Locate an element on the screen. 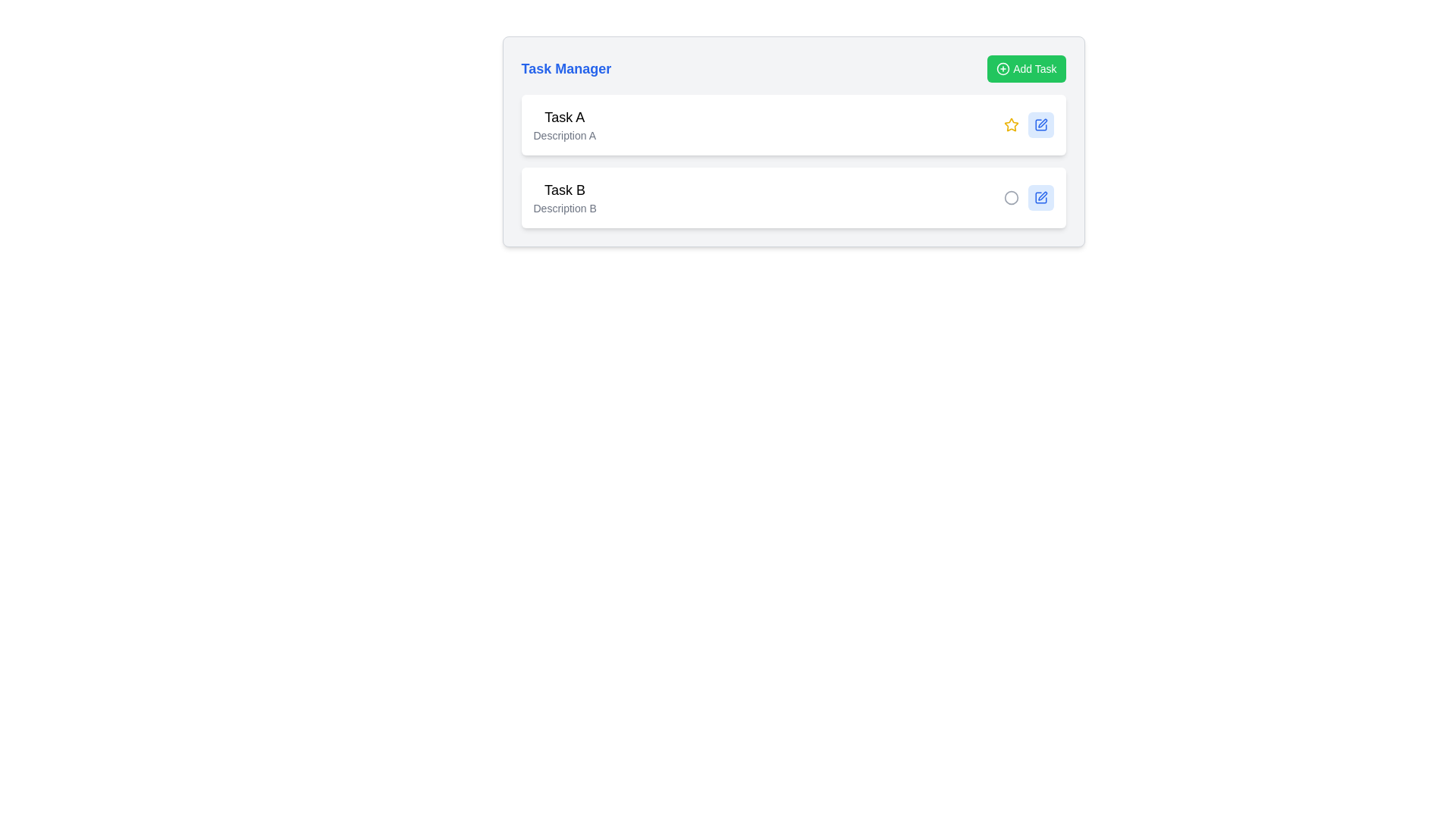  the circular icon outlined with a stroke, located next to the top-right corner of the 'Add Task' button area is located at coordinates (1003, 69).